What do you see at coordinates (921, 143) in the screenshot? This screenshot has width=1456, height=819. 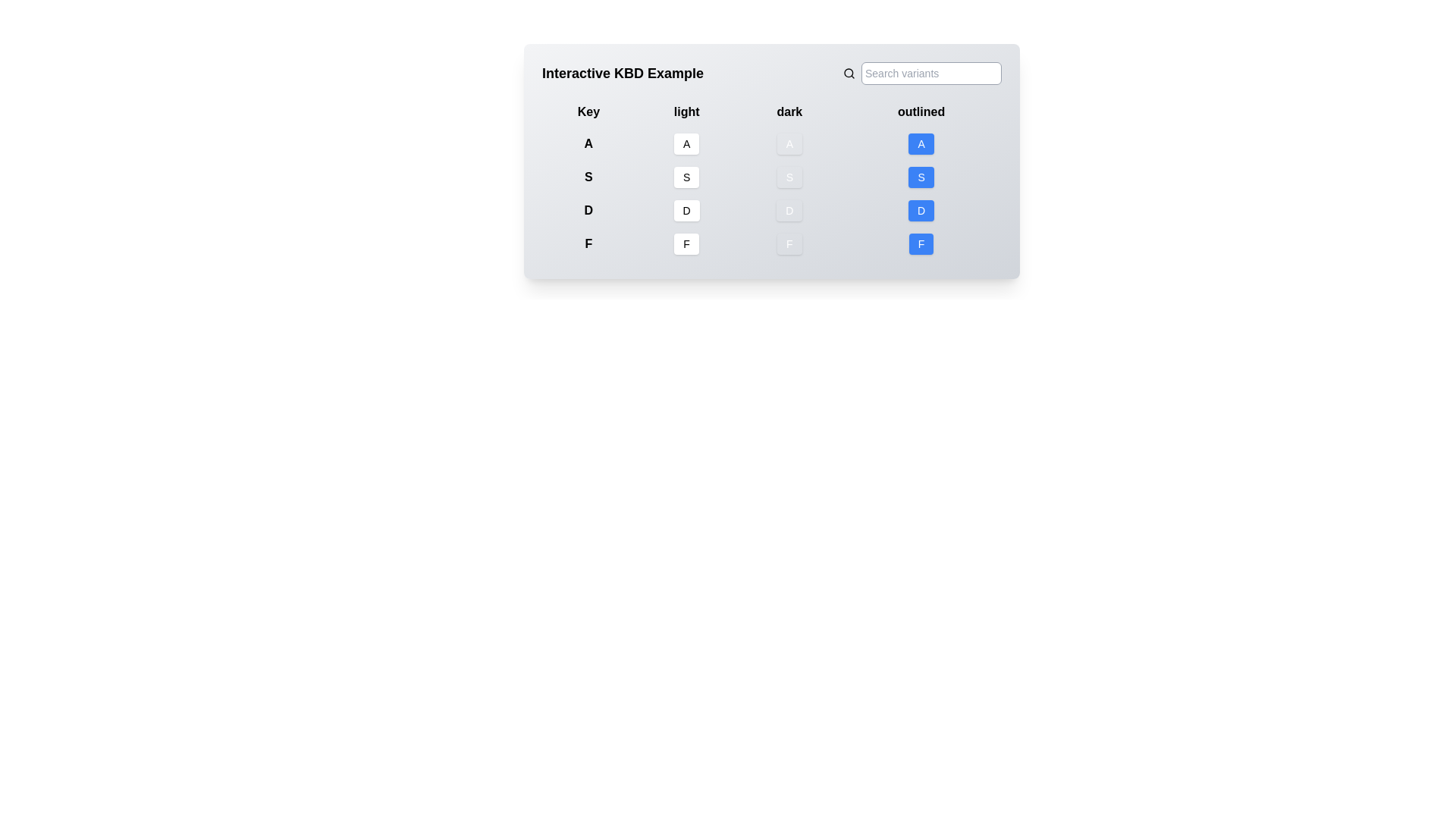 I see `the blue button labeled 'A' which is the first button in the vertically stacked group of outlined buttons located in the top-right section of the layout` at bounding box center [921, 143].